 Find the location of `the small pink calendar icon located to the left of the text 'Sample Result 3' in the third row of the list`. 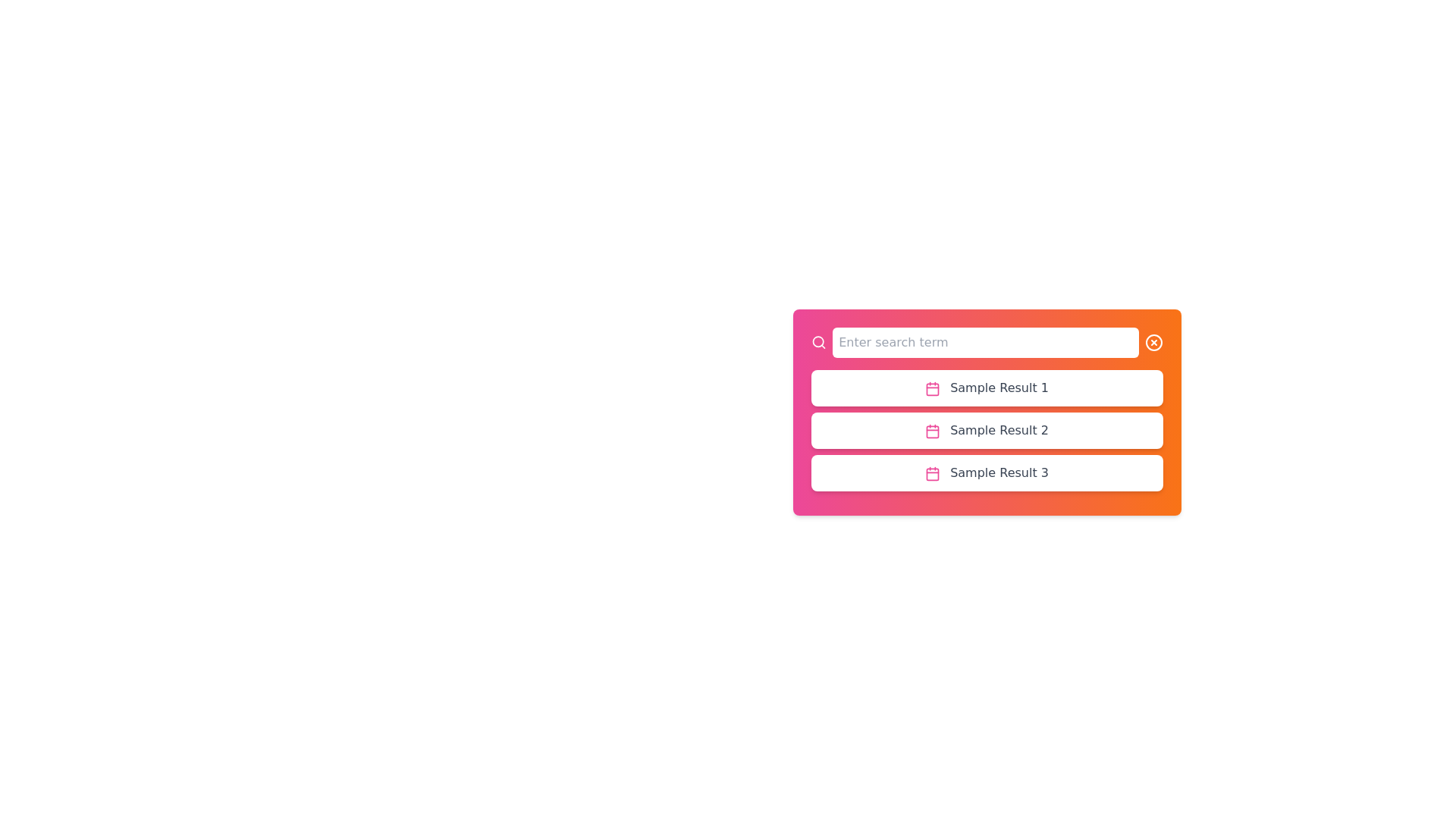

the small pink calendar icon located to the left of the text 'Sample Result 3' in the third row of the list is located at coordinates (932, 472).